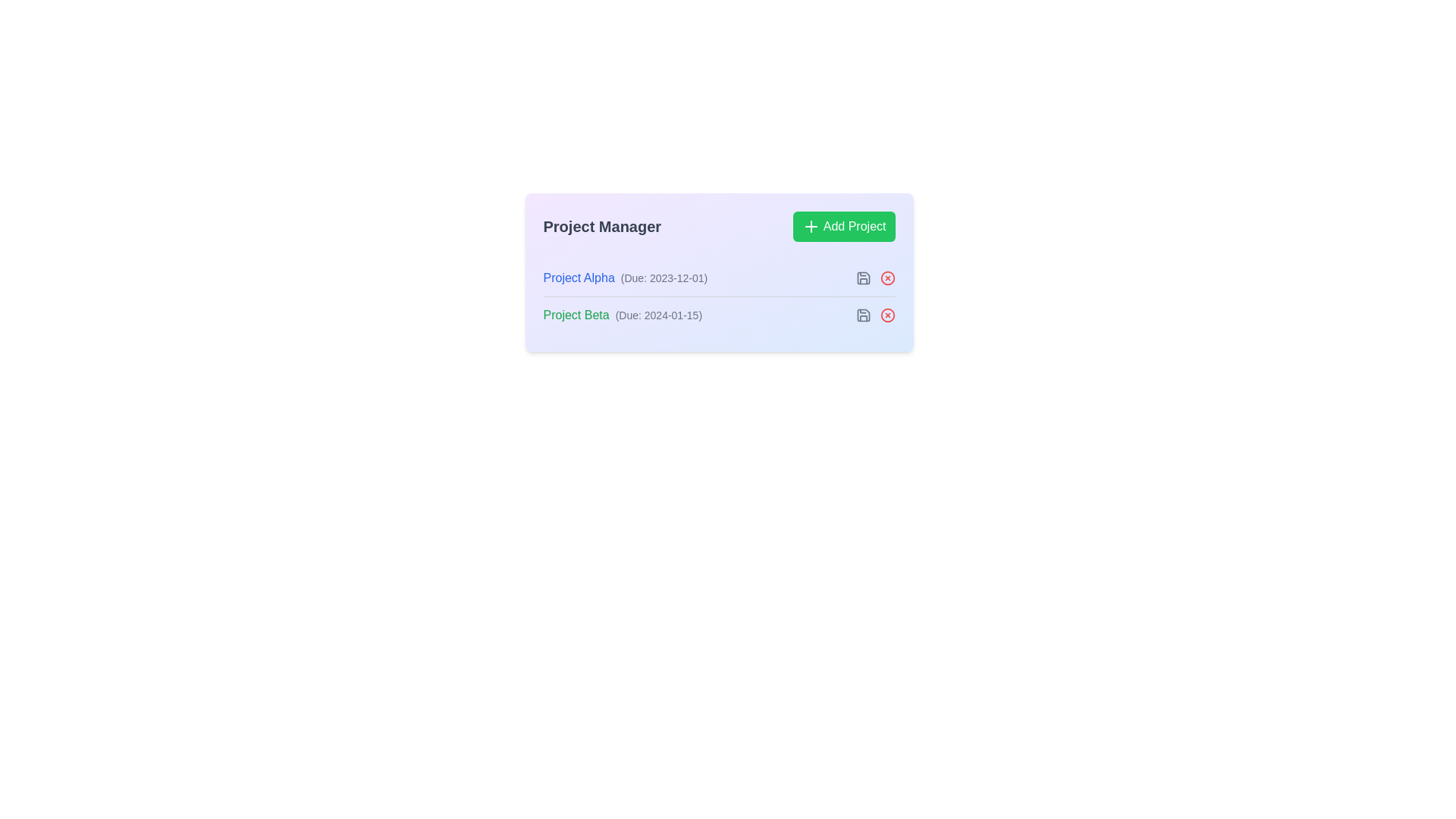  What do you see at coordinates (887, 315) in the screenshot?
I see `the cancel or delete button located next to the 'Project Beta (Due: 2024-01-15)' row` at bounding box center [887, 315].